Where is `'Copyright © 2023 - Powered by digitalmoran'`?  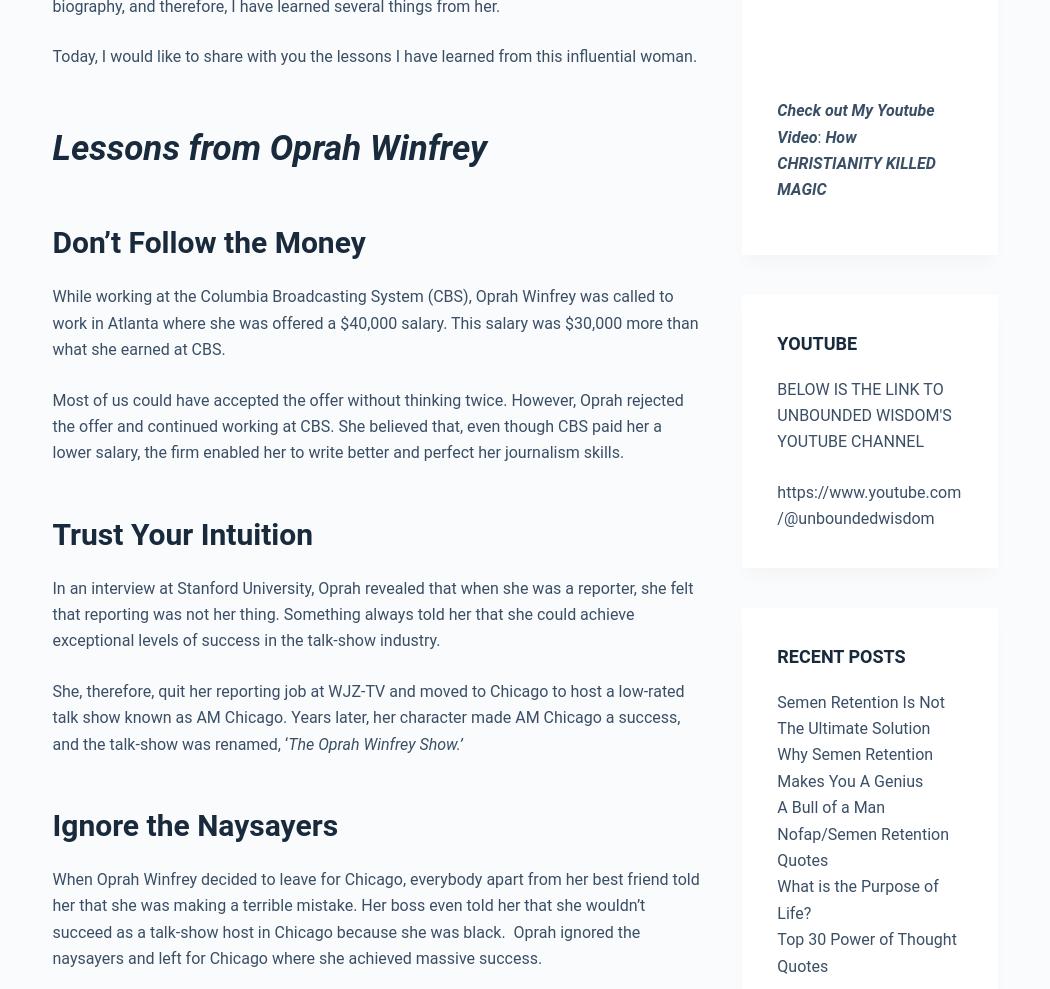
'Copyright © 2023 - Powered by digitalmoran' is located at coordinates (486, 936).